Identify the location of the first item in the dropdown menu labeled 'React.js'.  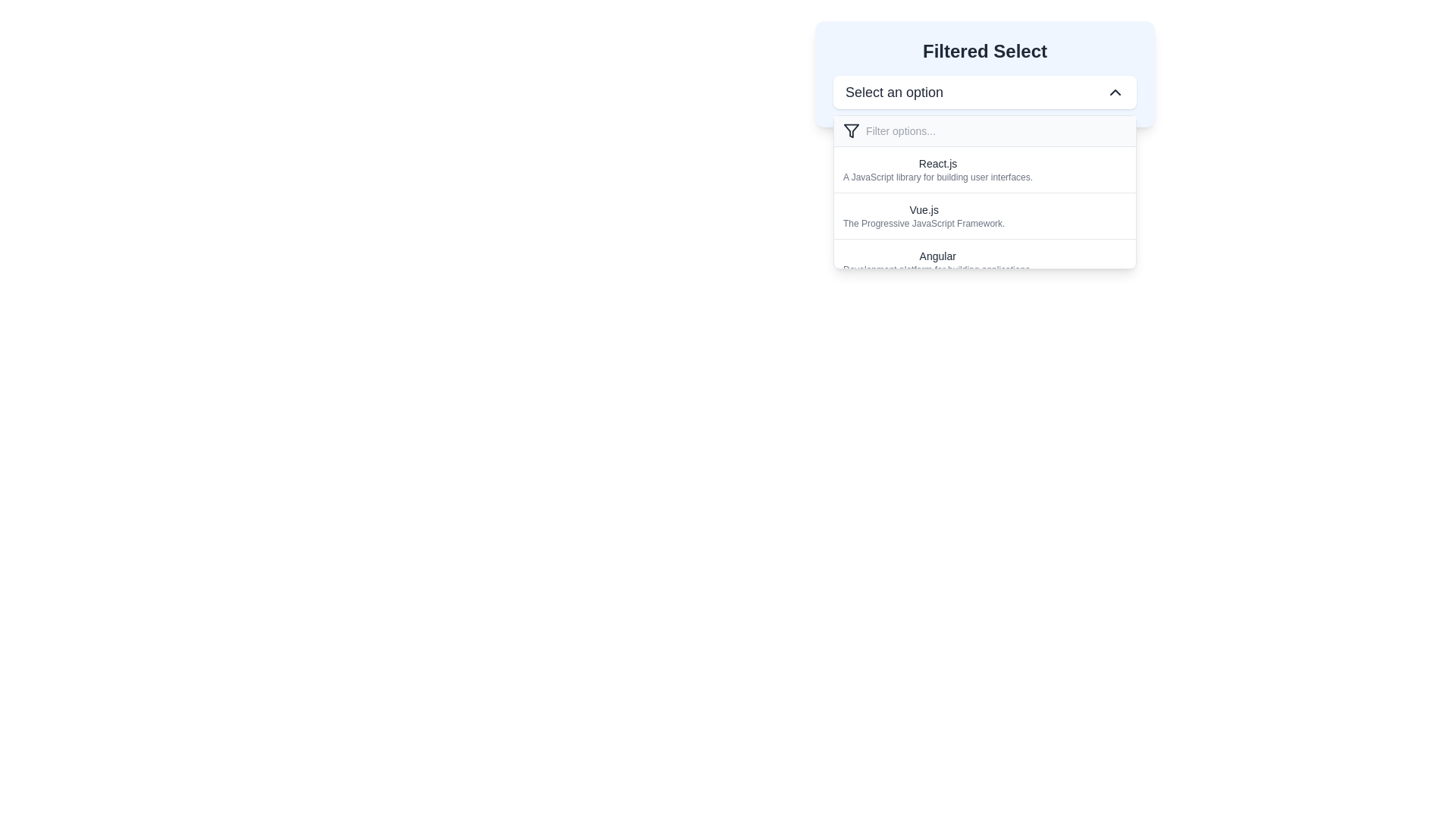
(985, 169).